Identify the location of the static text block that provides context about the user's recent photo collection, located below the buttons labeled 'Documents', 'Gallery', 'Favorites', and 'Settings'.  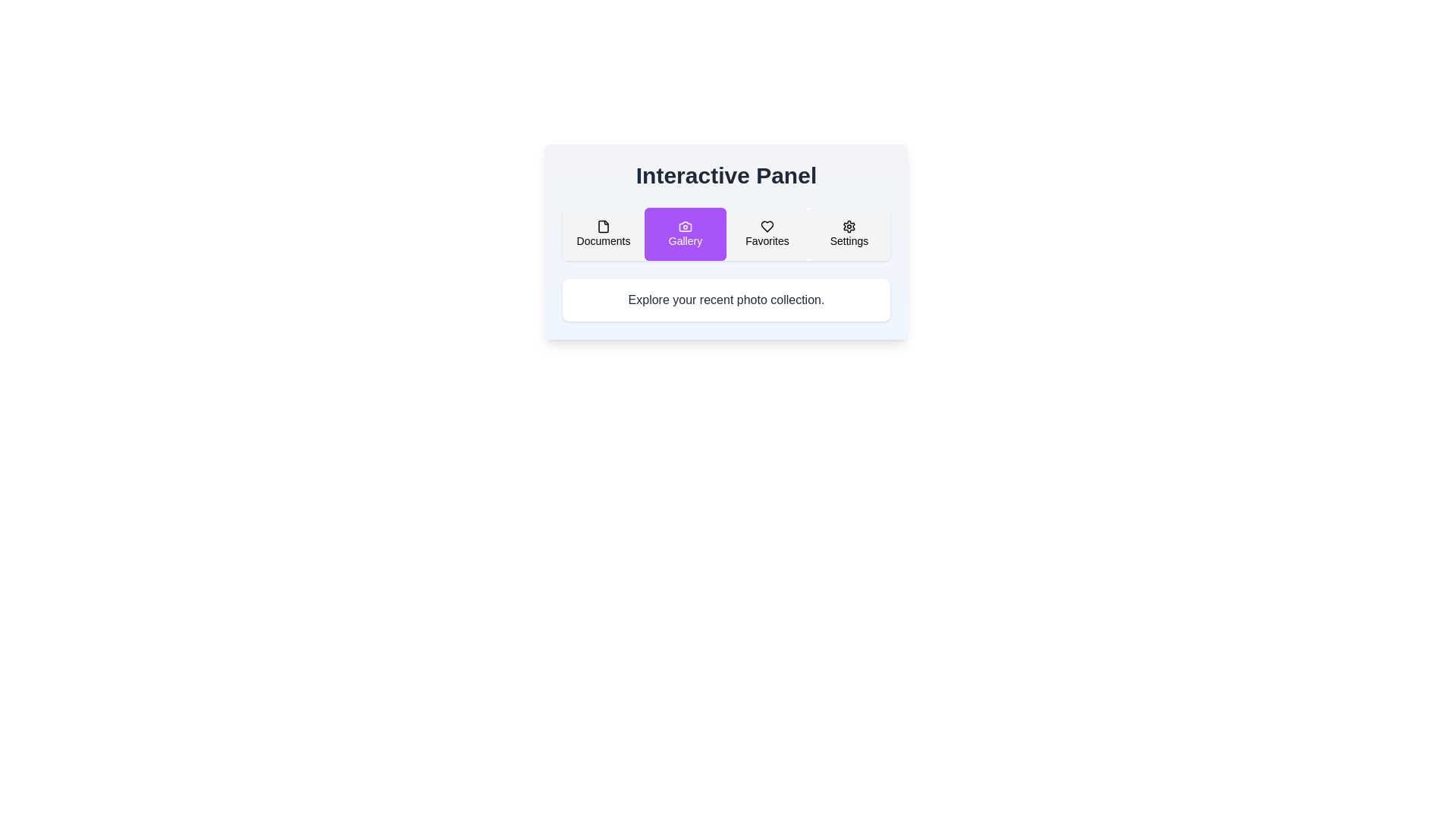
(726, 300).